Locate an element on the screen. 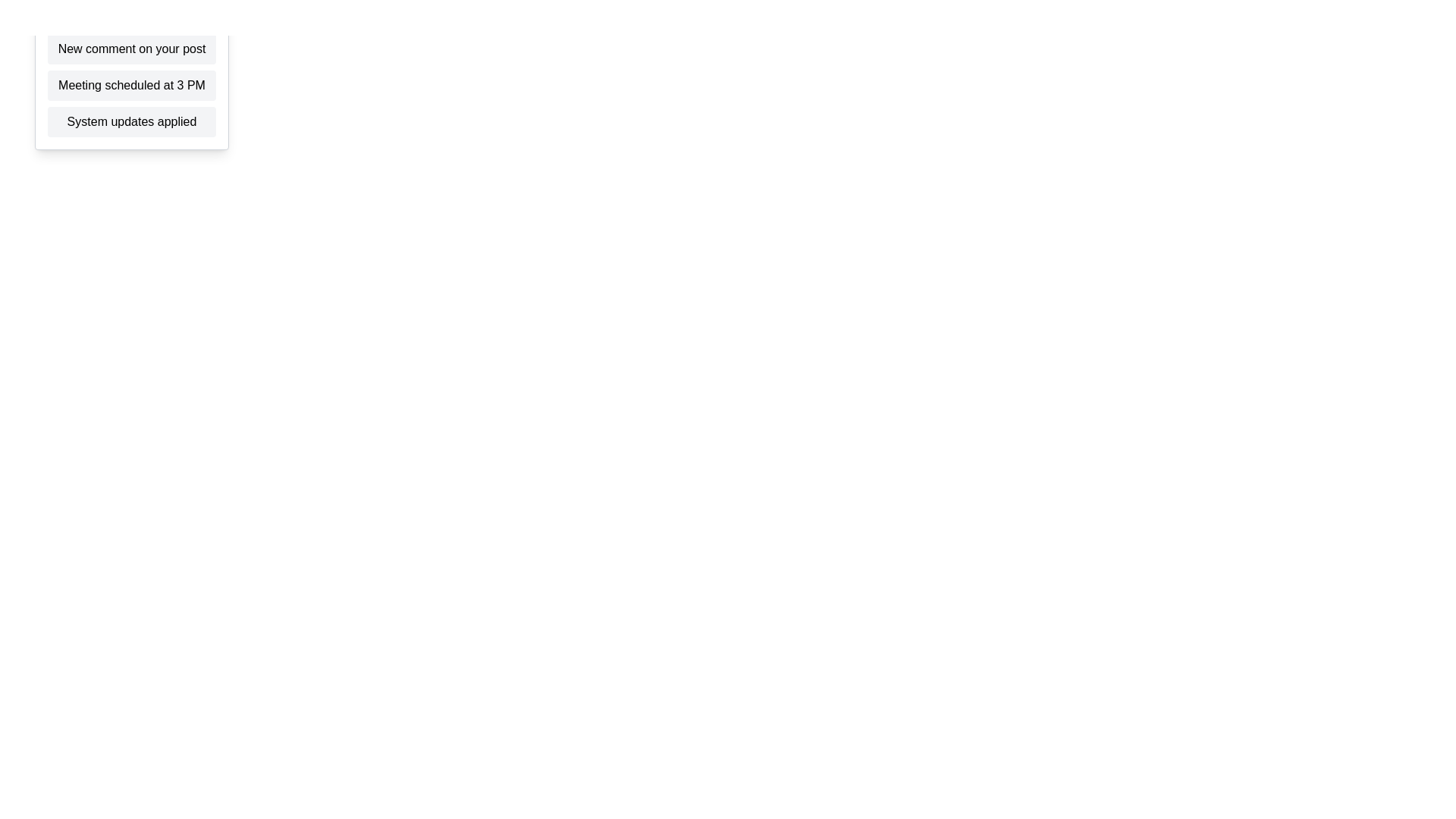  the text display box that shows the message 'Meeting scheduled at 3 PM', located between 'New comment on your post' and 'System updates applied' is located at coordinates (131, 85).